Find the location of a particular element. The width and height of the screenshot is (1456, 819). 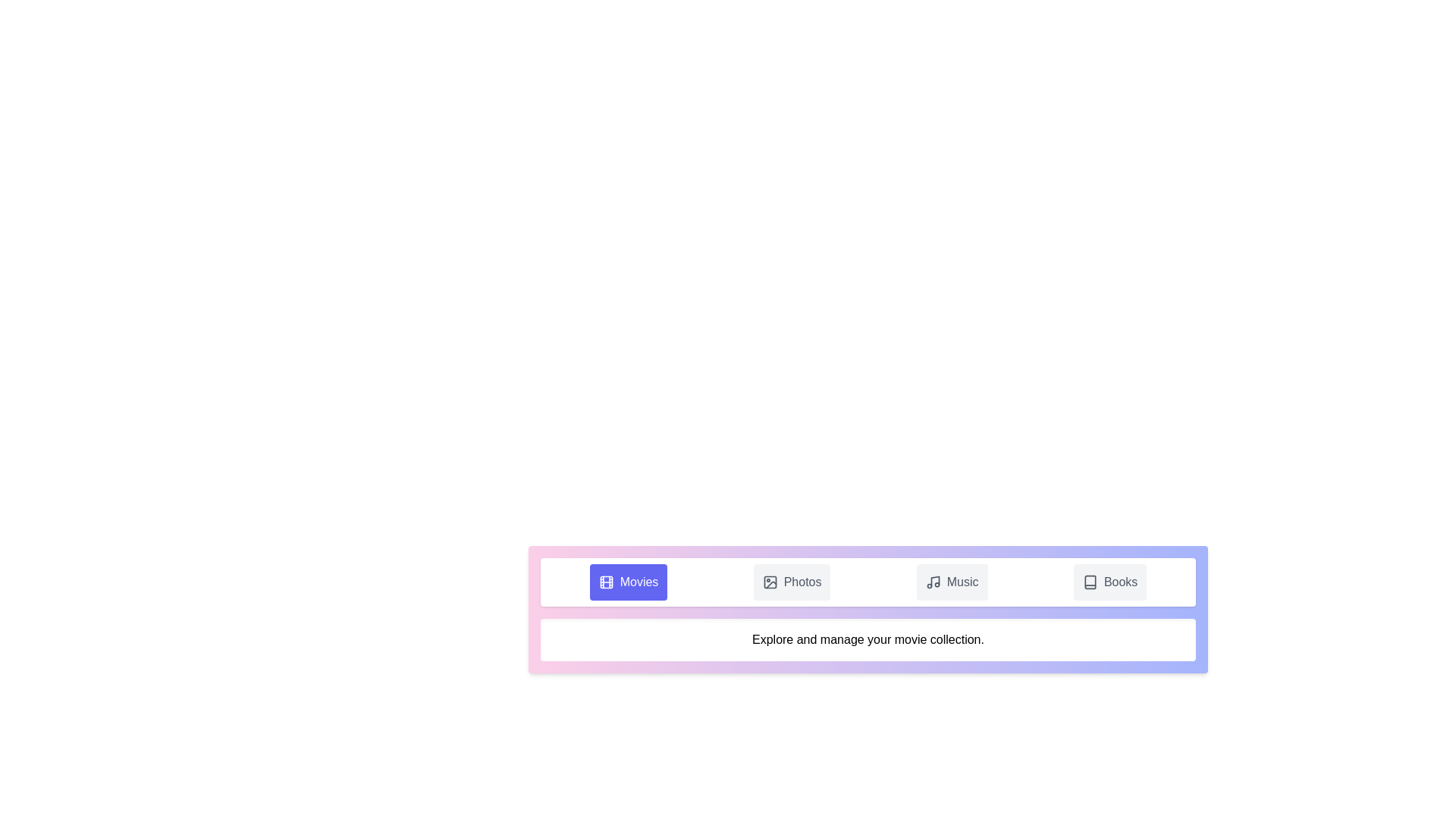

the Photos tab by clicking on its button is located at coordinates (791, 581).